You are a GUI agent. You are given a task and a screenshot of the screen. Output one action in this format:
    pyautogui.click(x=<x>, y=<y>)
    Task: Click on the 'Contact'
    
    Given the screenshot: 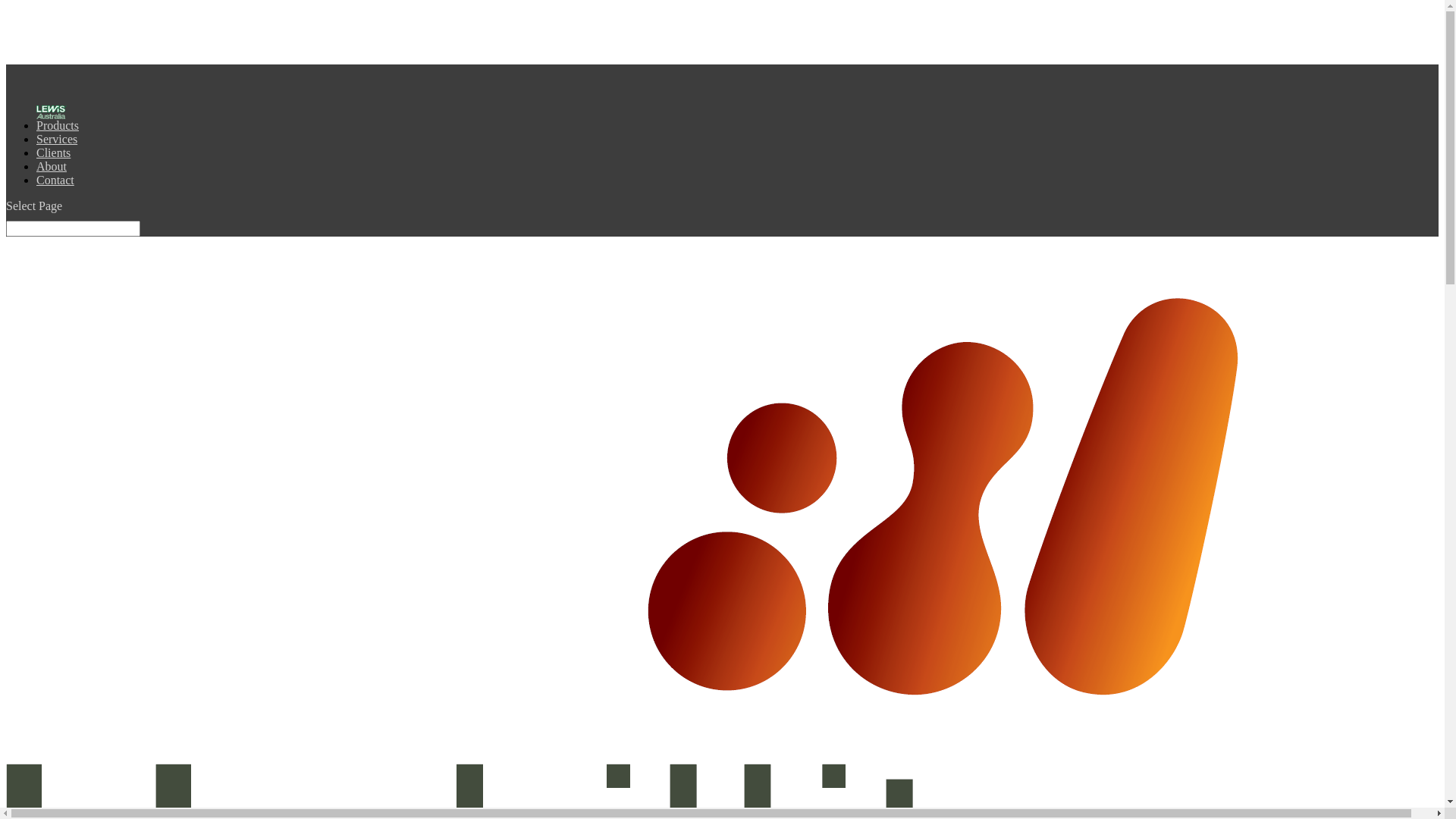 What is the action you would take?
    pyautogui.click(x=55, y=188)
    